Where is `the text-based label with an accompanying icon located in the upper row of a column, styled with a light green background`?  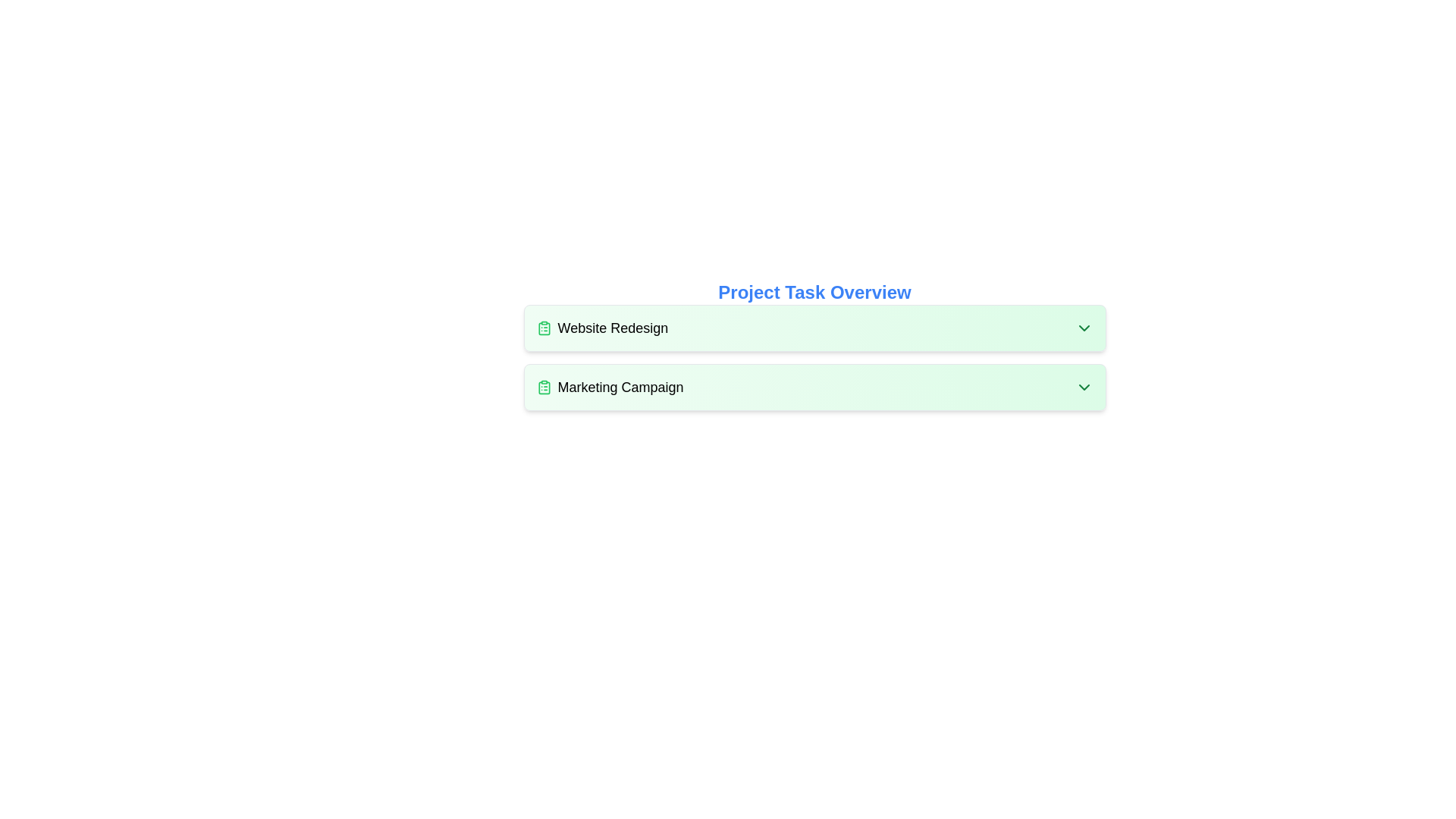 the text-based label with an accompanying icon located in the upper row of a column, styled with a light green background is located at coordinates (601, 327).